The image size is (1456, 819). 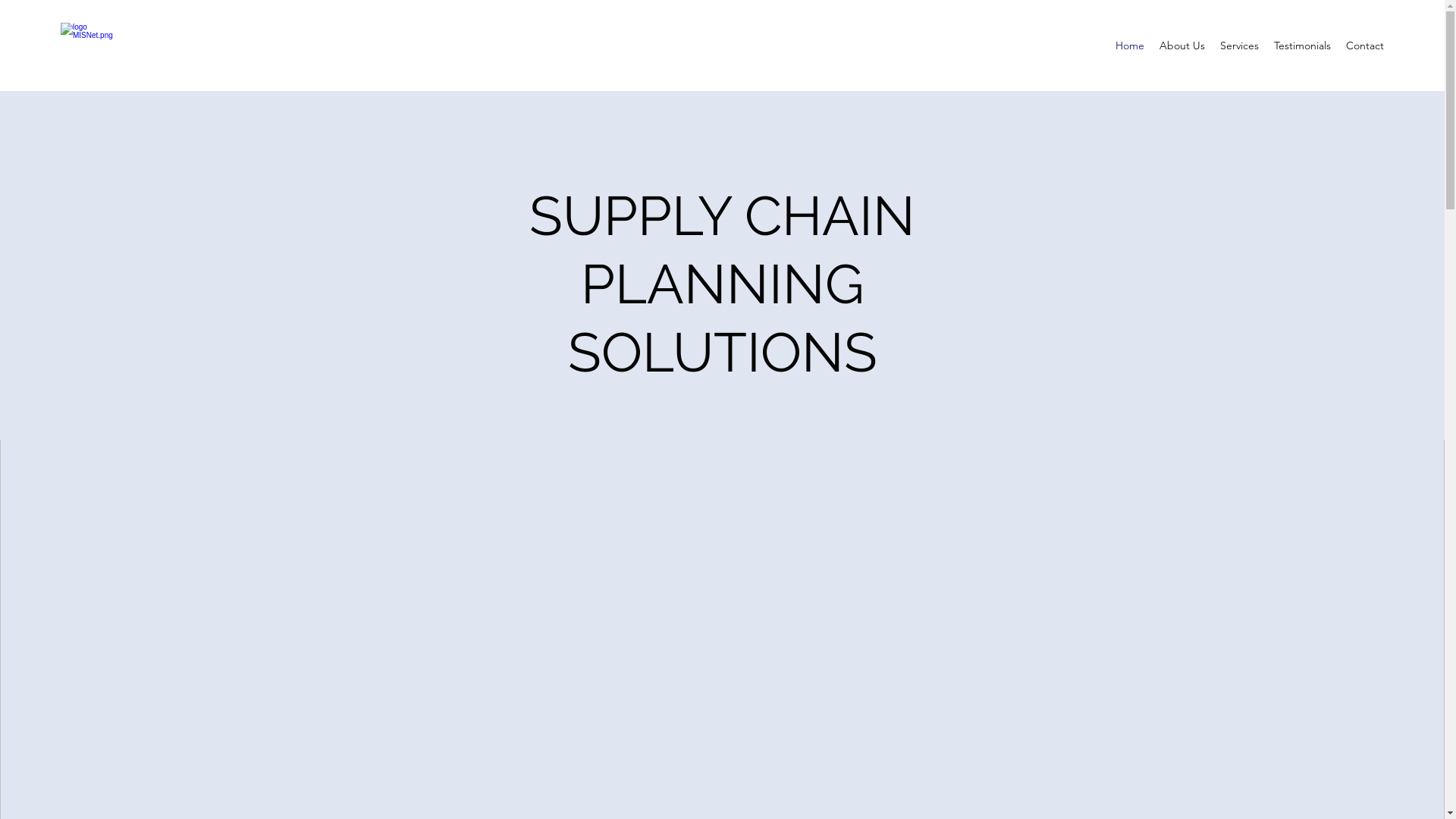 I want to click on 'Services', so click(x=1239, y=45).